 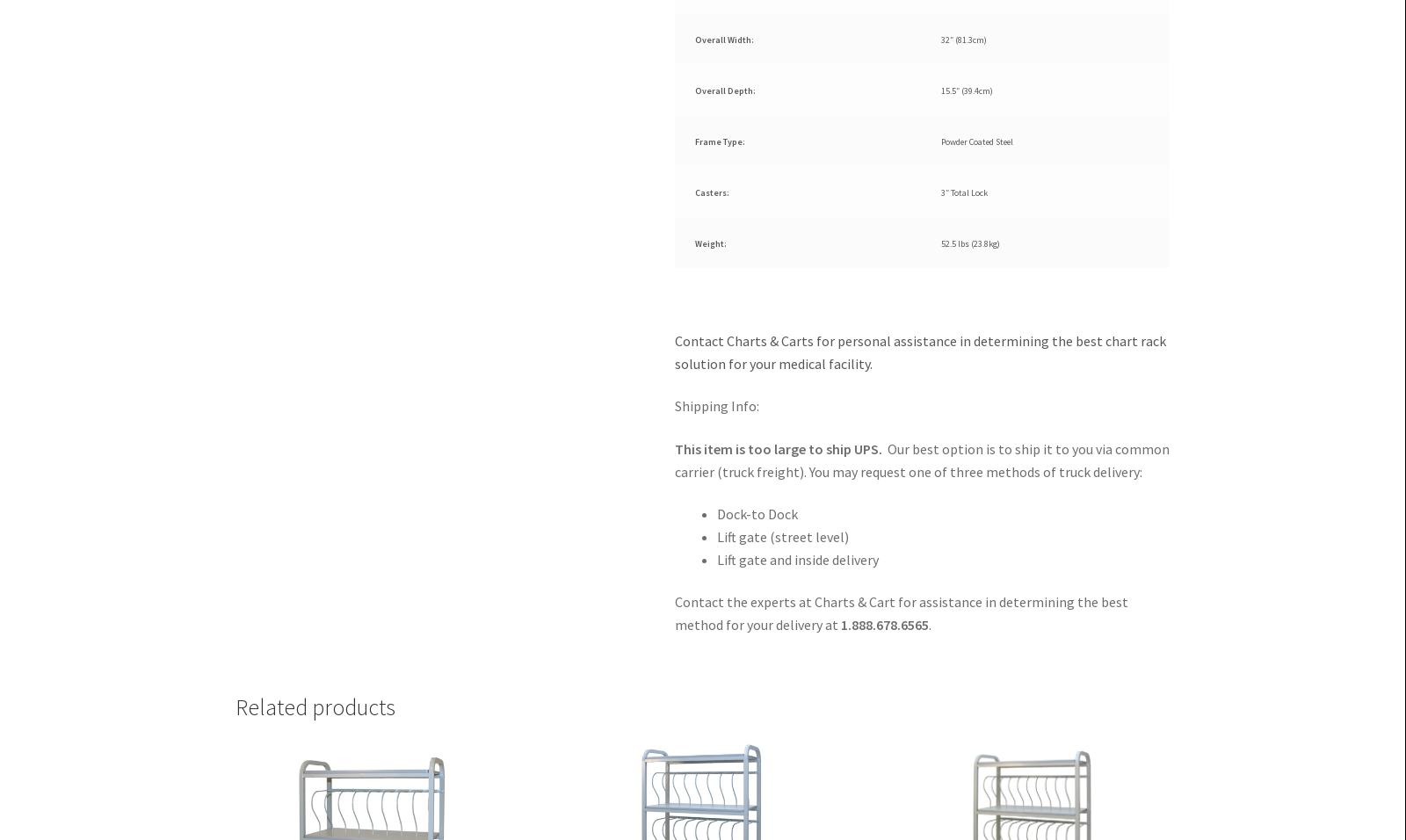 What do you see at coordinates (709, 242) in the screenshot?
I see `'Weight:'` at bounding box center [709, 242].